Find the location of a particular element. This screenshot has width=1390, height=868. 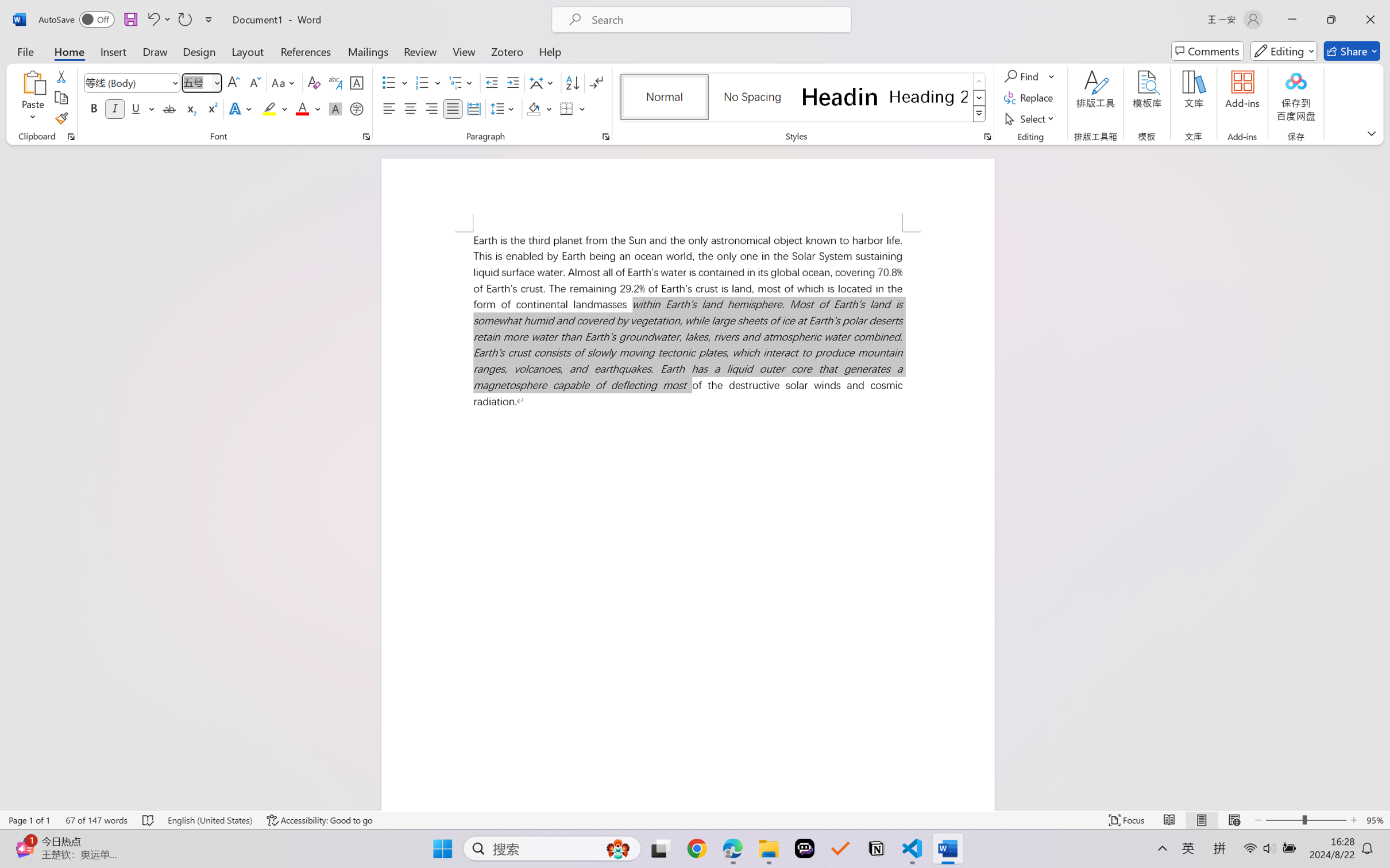

'Subscript' is located at coordinates (190, 108).